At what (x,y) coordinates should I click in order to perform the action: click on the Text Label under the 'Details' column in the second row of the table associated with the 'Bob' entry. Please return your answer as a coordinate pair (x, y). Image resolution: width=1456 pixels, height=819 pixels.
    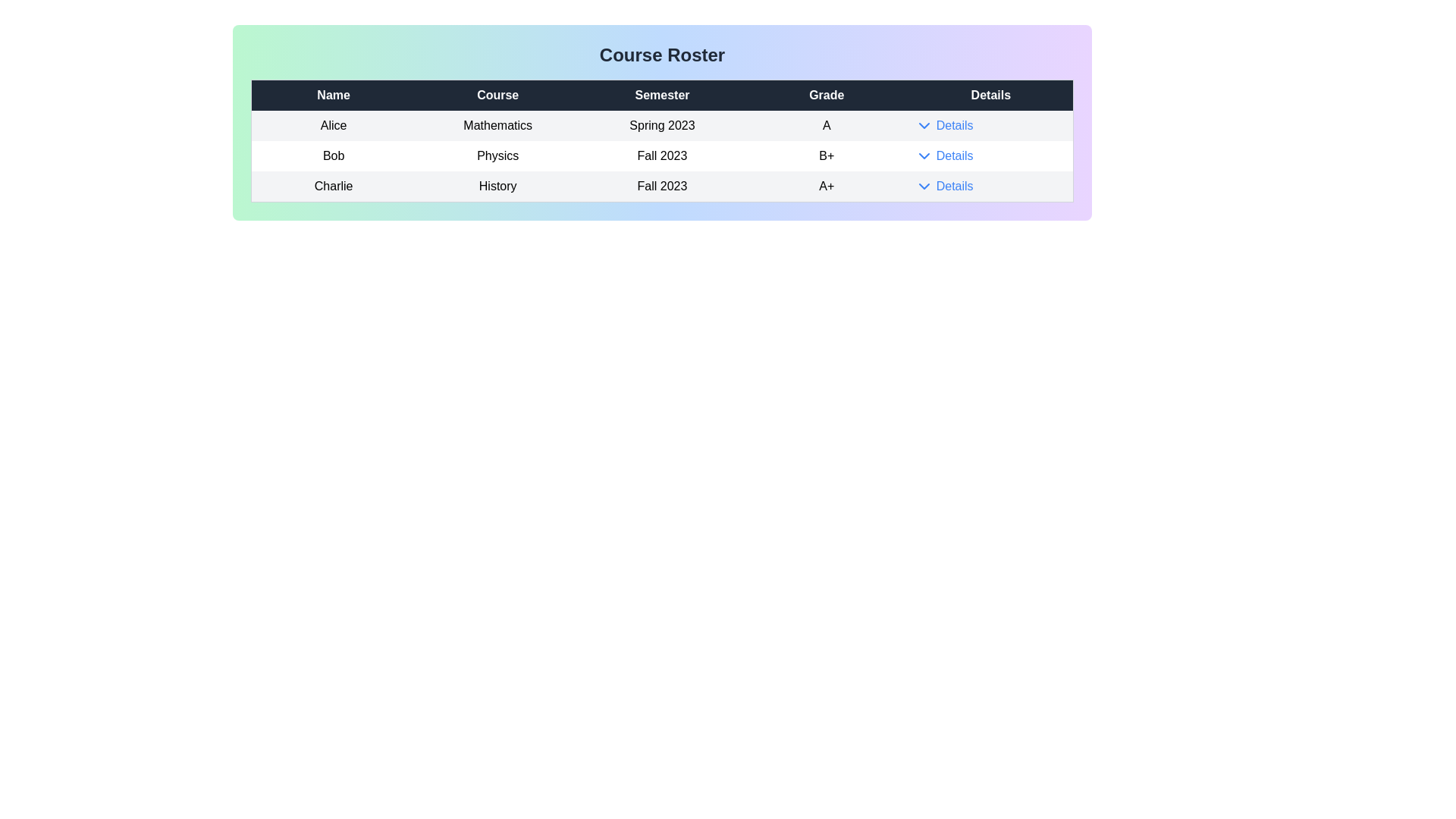
    Looking at the image, I should click on (954, 155).